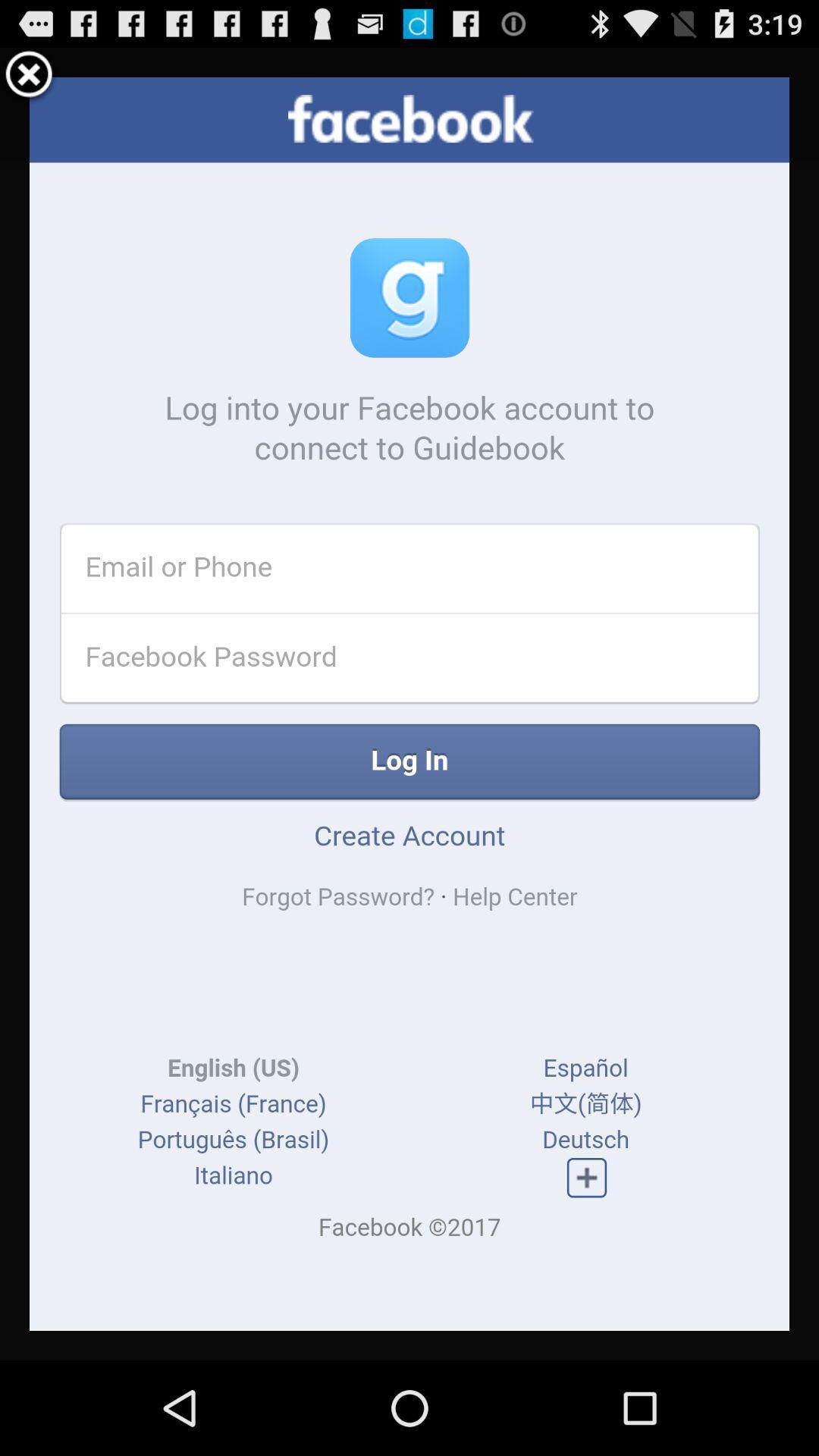  Describe the element at coordinates (409, 703) in the screenshot. I see `description` at that location.